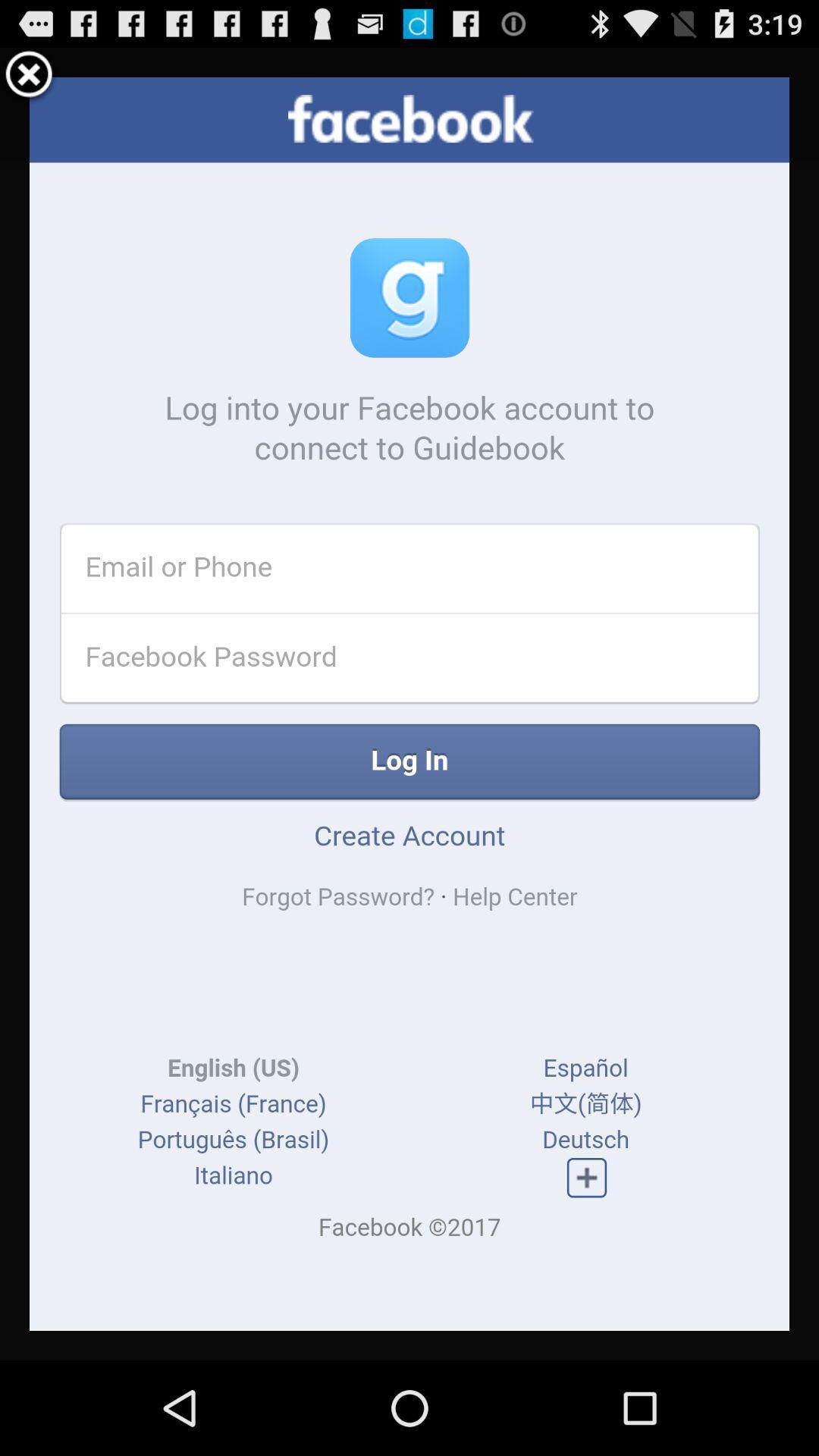  Describe the element at coordinates (409, 703) in the screenshot. I see `description` at that location.